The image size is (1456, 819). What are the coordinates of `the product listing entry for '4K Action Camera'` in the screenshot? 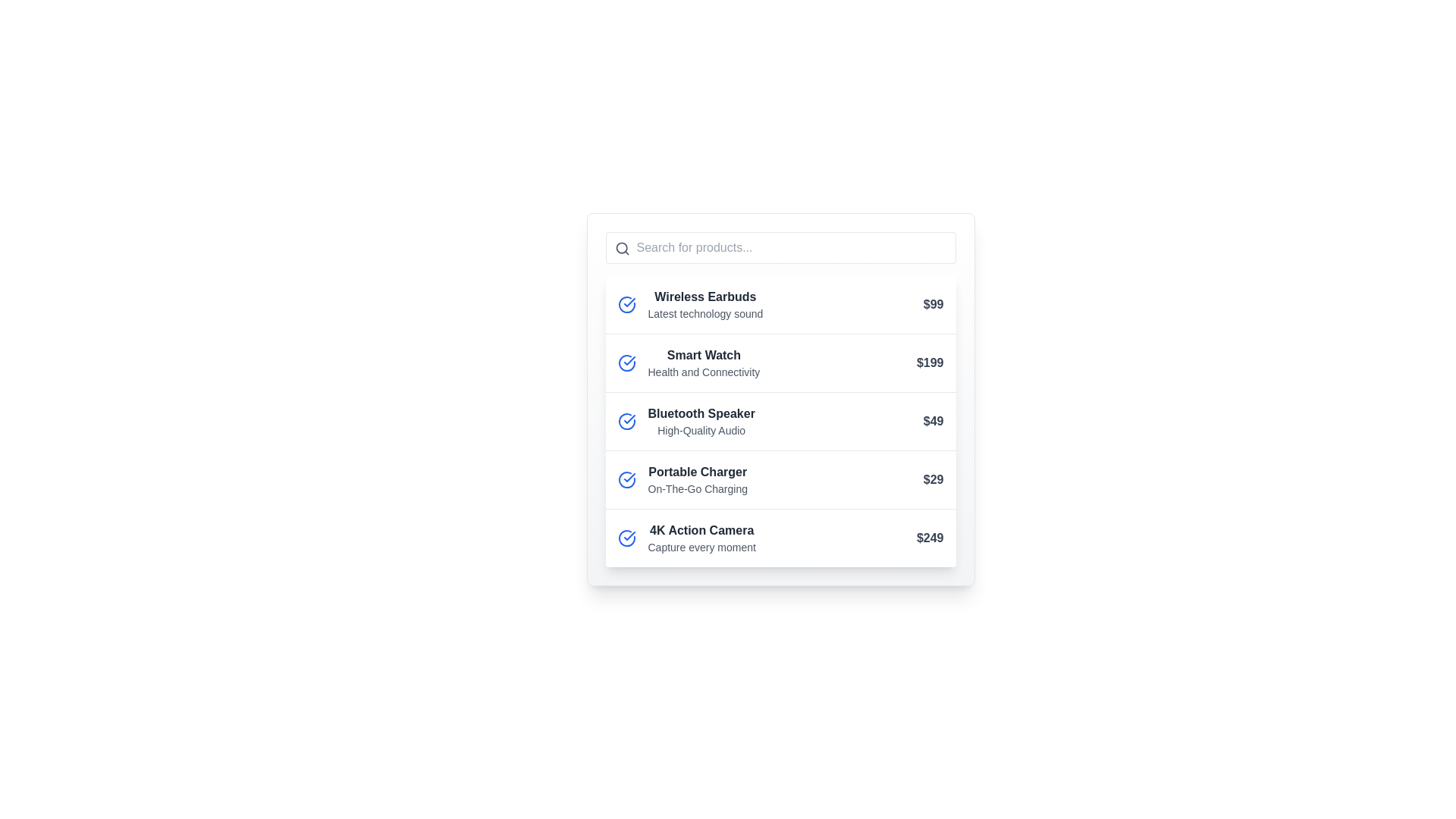 It's located at (780, 537).